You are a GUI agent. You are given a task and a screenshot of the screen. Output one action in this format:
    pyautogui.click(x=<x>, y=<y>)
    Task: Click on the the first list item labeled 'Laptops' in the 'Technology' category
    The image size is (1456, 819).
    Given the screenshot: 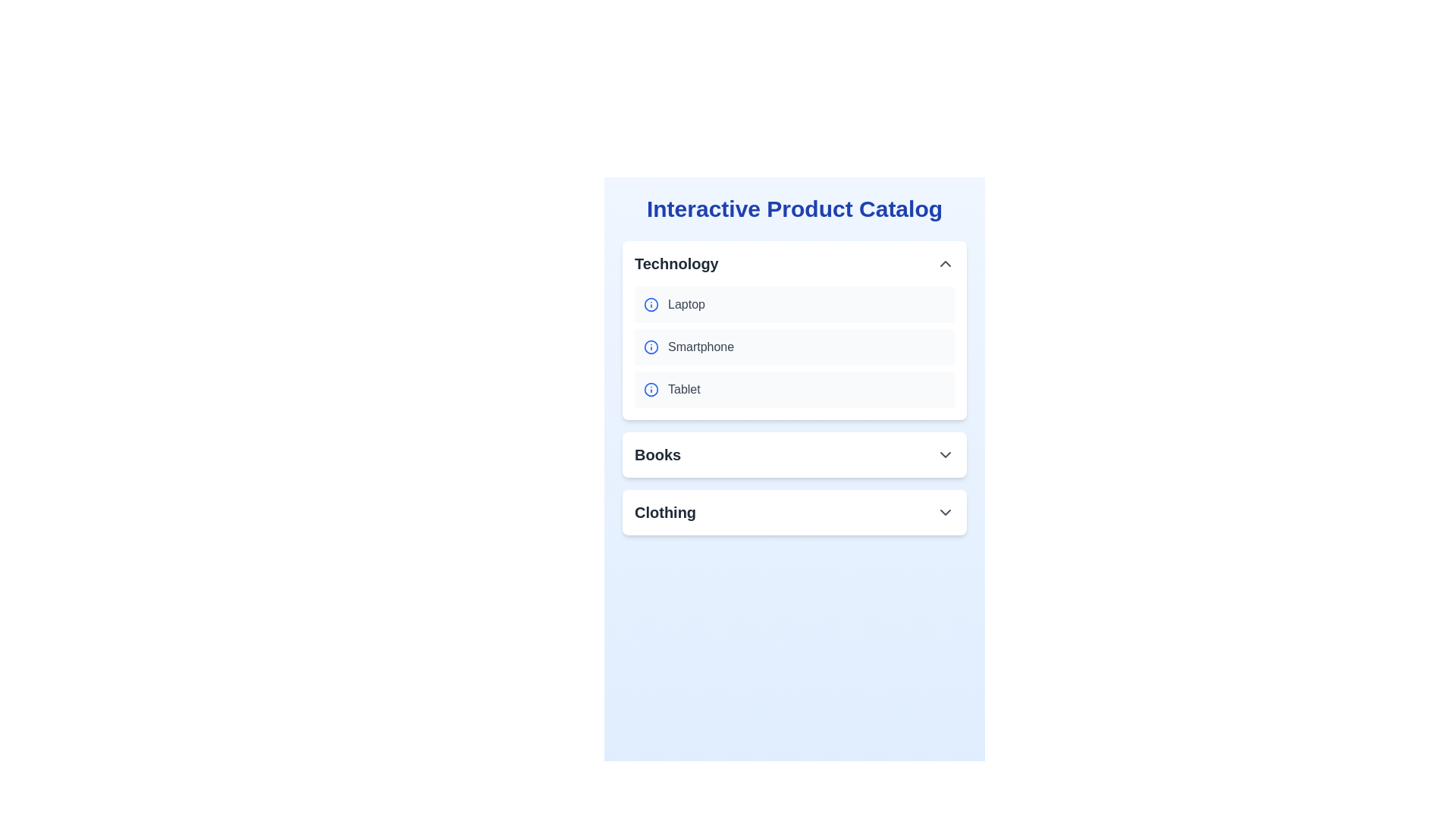 What is the action you would take?
    pyautogui.click(x=793, y=304)
    